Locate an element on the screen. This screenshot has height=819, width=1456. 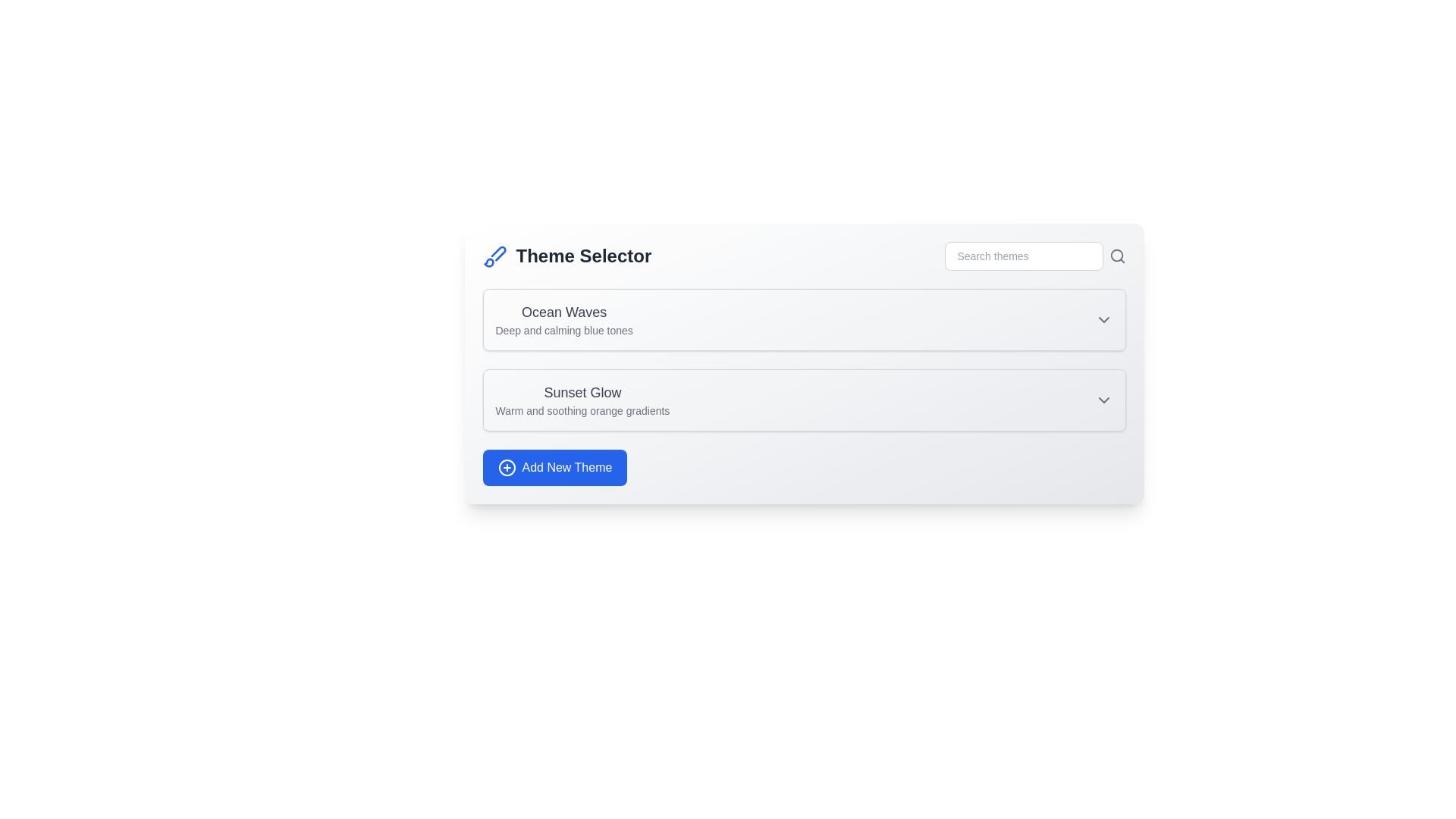
the static text label displaying 'Sunset Glow' in the Theme Selector interface, positioned above the descriptive text 'Warm and soothing orange gradients' is located at coordinates (582, 391).